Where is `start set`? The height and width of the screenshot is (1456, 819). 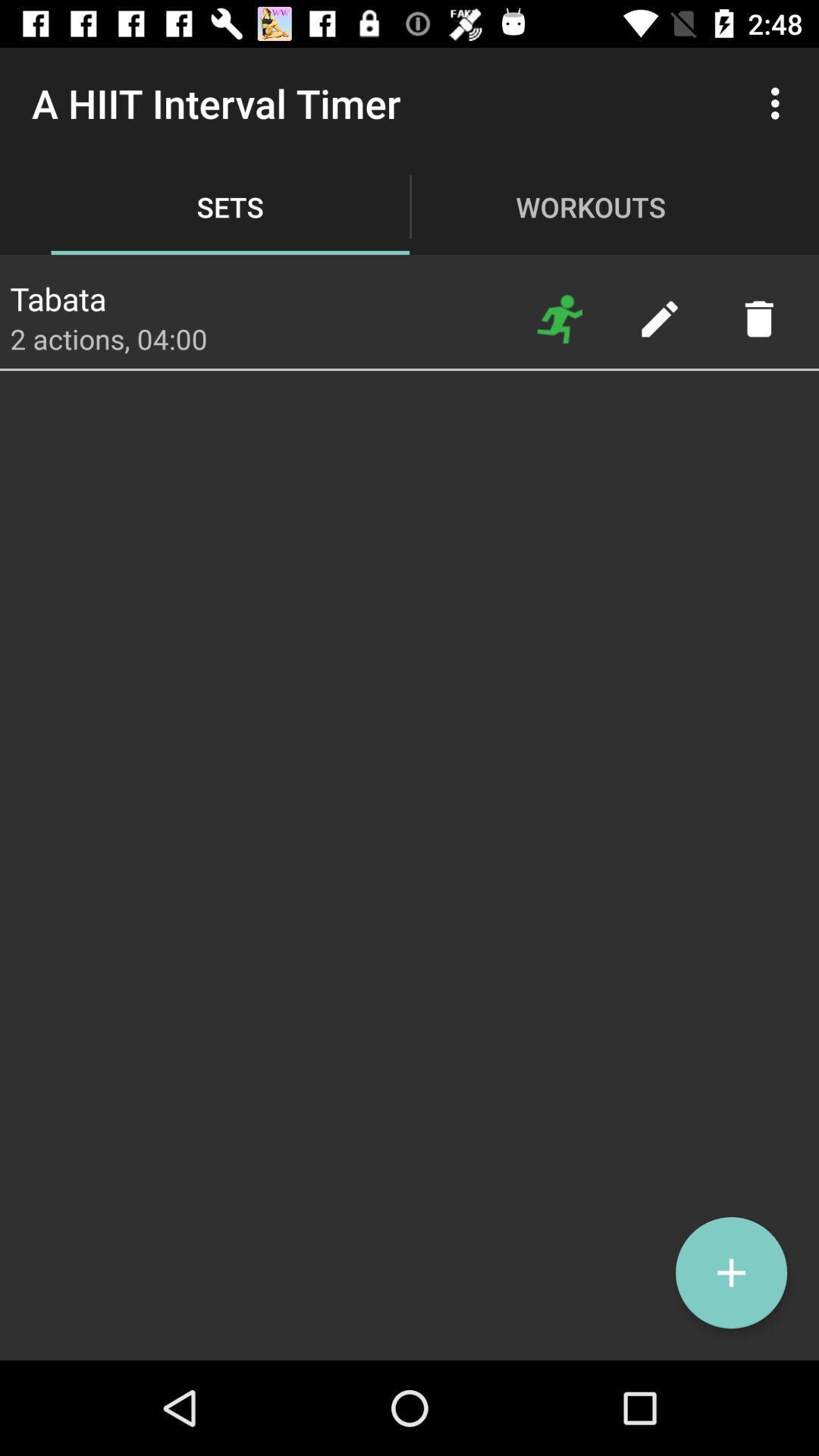
start set is located at coordinates (560, 318).